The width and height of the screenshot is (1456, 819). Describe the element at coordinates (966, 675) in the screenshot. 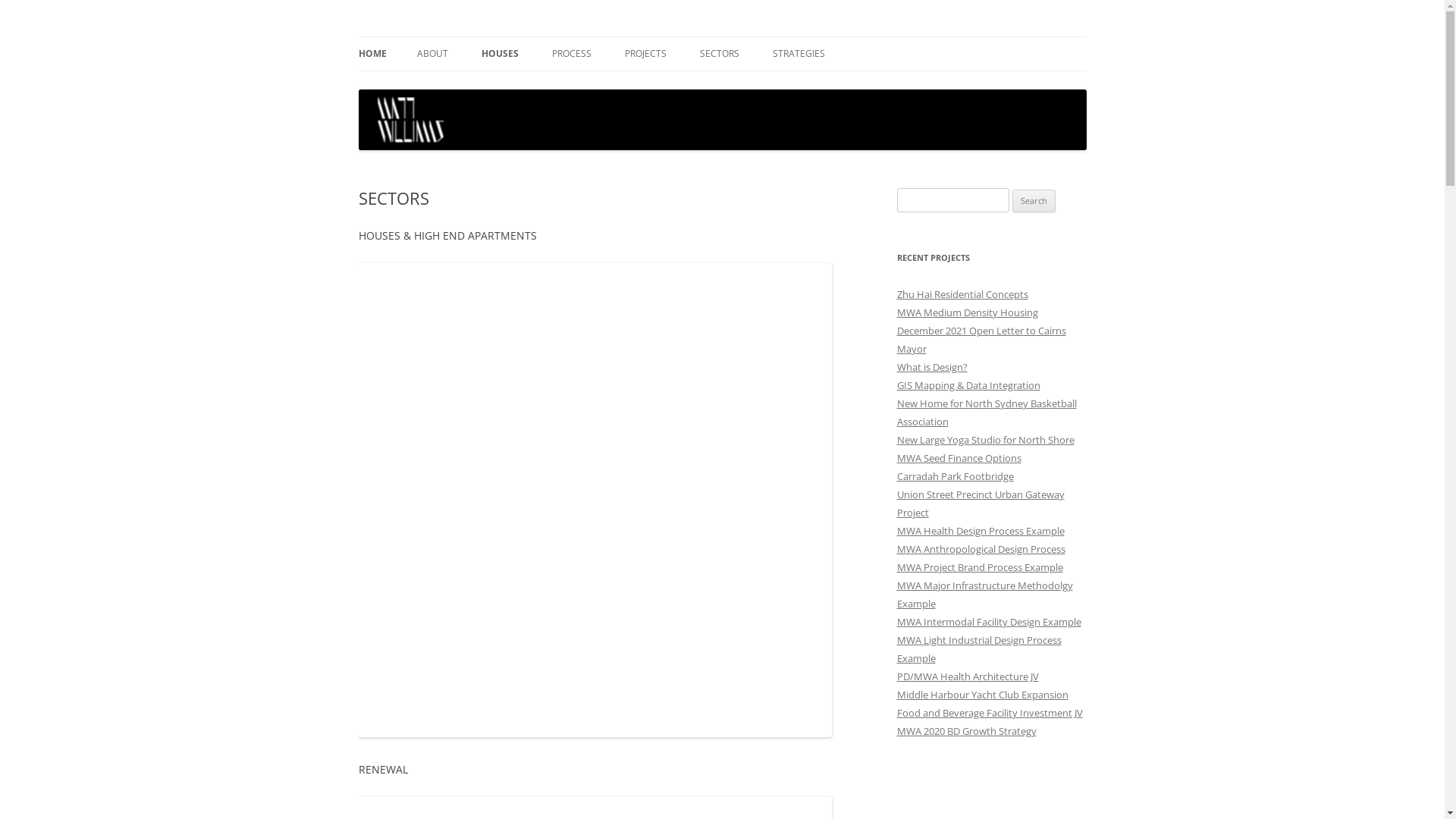

I see `'PD/MWA Health Architecture JV'` at that location.